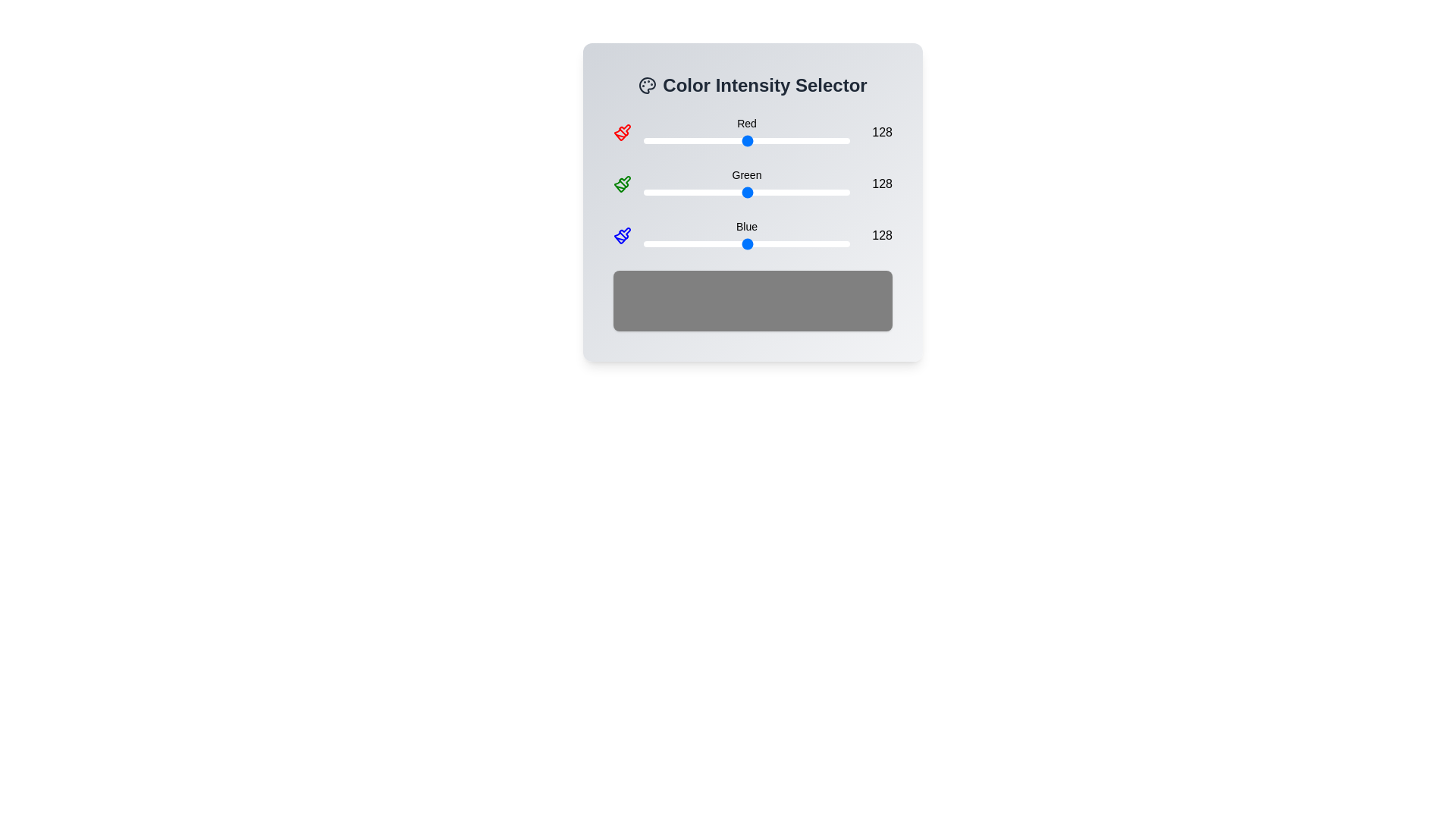 This screenshot has height=819, width=1456. Describe the element at coordinates (773, 192) in the screenshot. I see `green intensity` at that location.